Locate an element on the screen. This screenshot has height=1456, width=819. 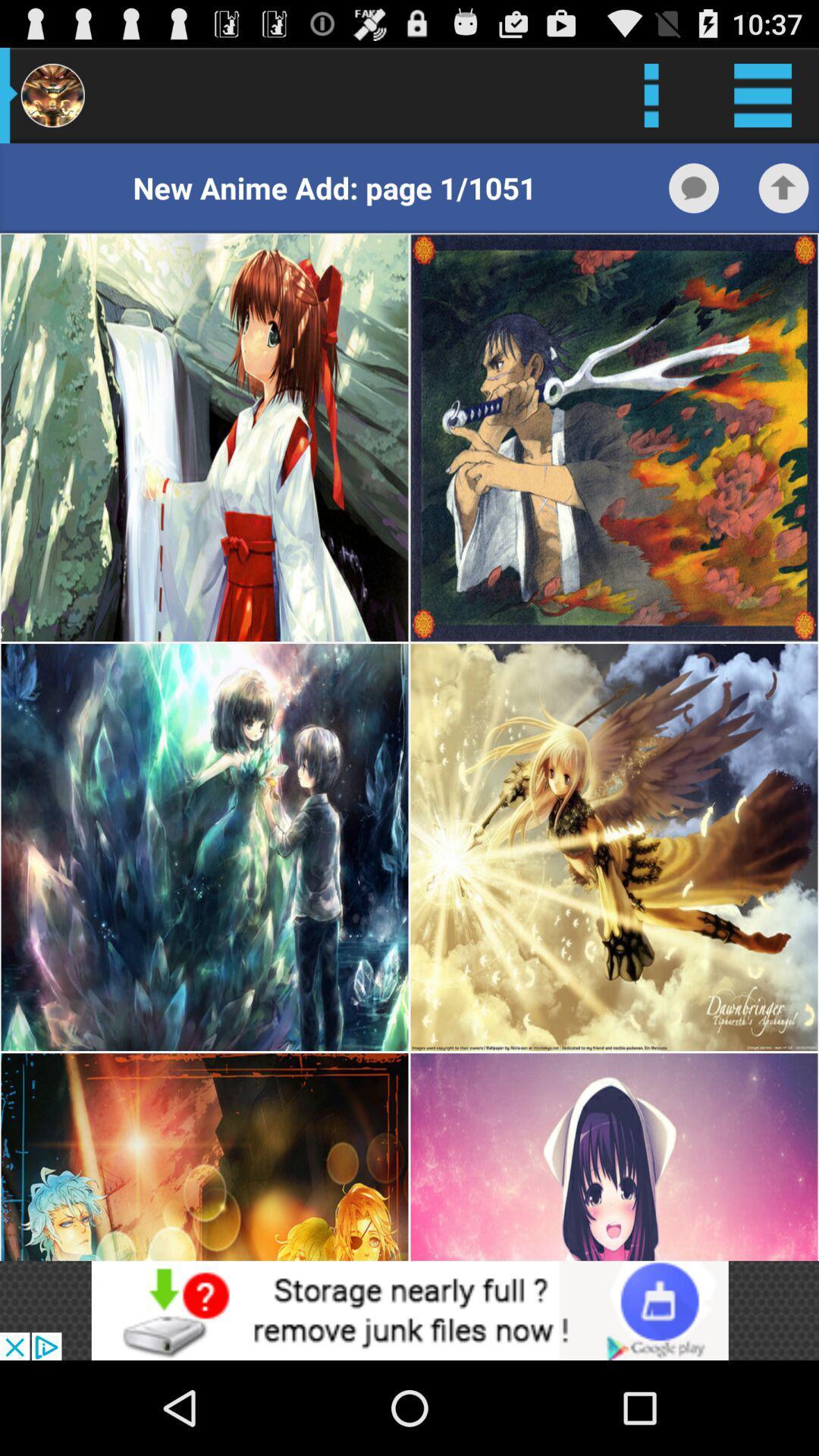
open webpage of displayed advertisement is located at coordinates (409, 1310).